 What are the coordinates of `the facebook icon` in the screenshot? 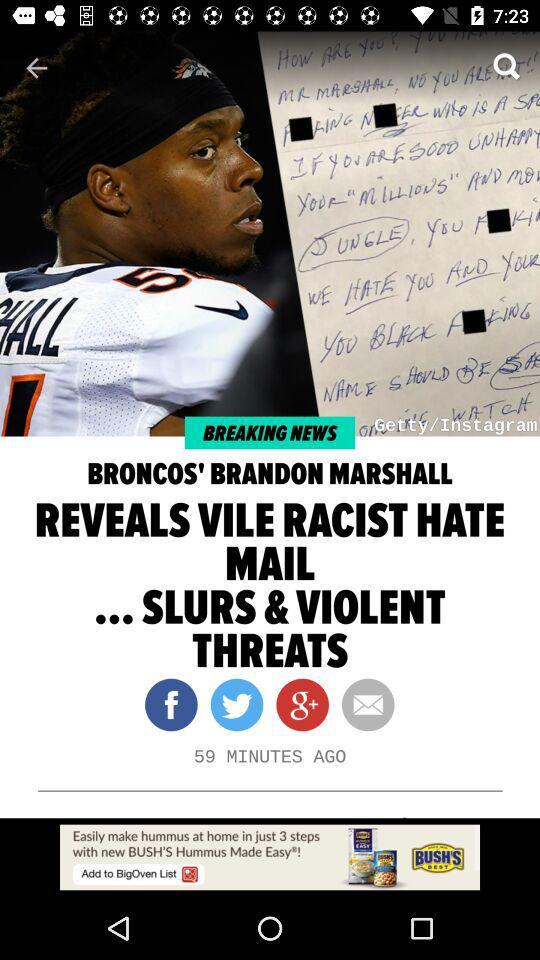 It's located at (171, 705).